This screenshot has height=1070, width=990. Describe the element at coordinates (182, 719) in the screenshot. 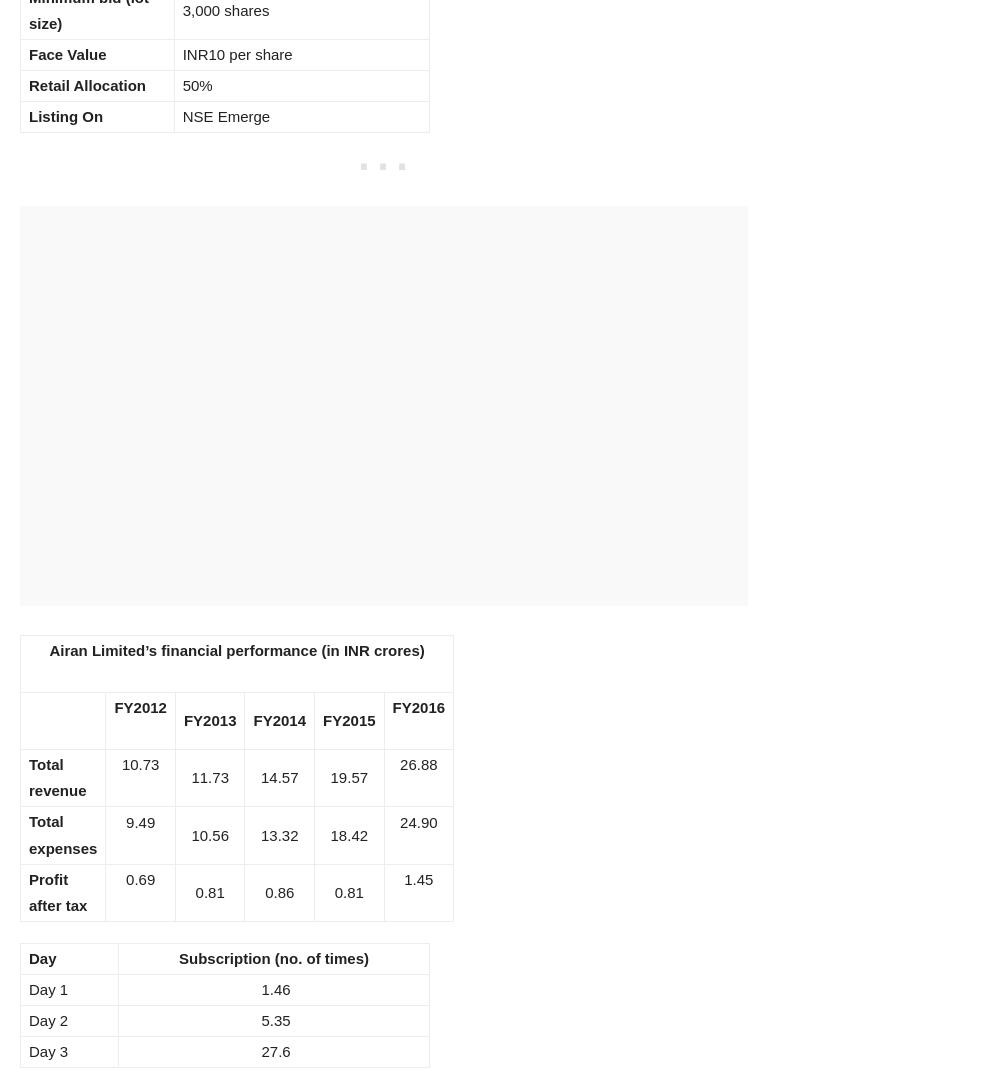

I see `'FY2013'` at that location.